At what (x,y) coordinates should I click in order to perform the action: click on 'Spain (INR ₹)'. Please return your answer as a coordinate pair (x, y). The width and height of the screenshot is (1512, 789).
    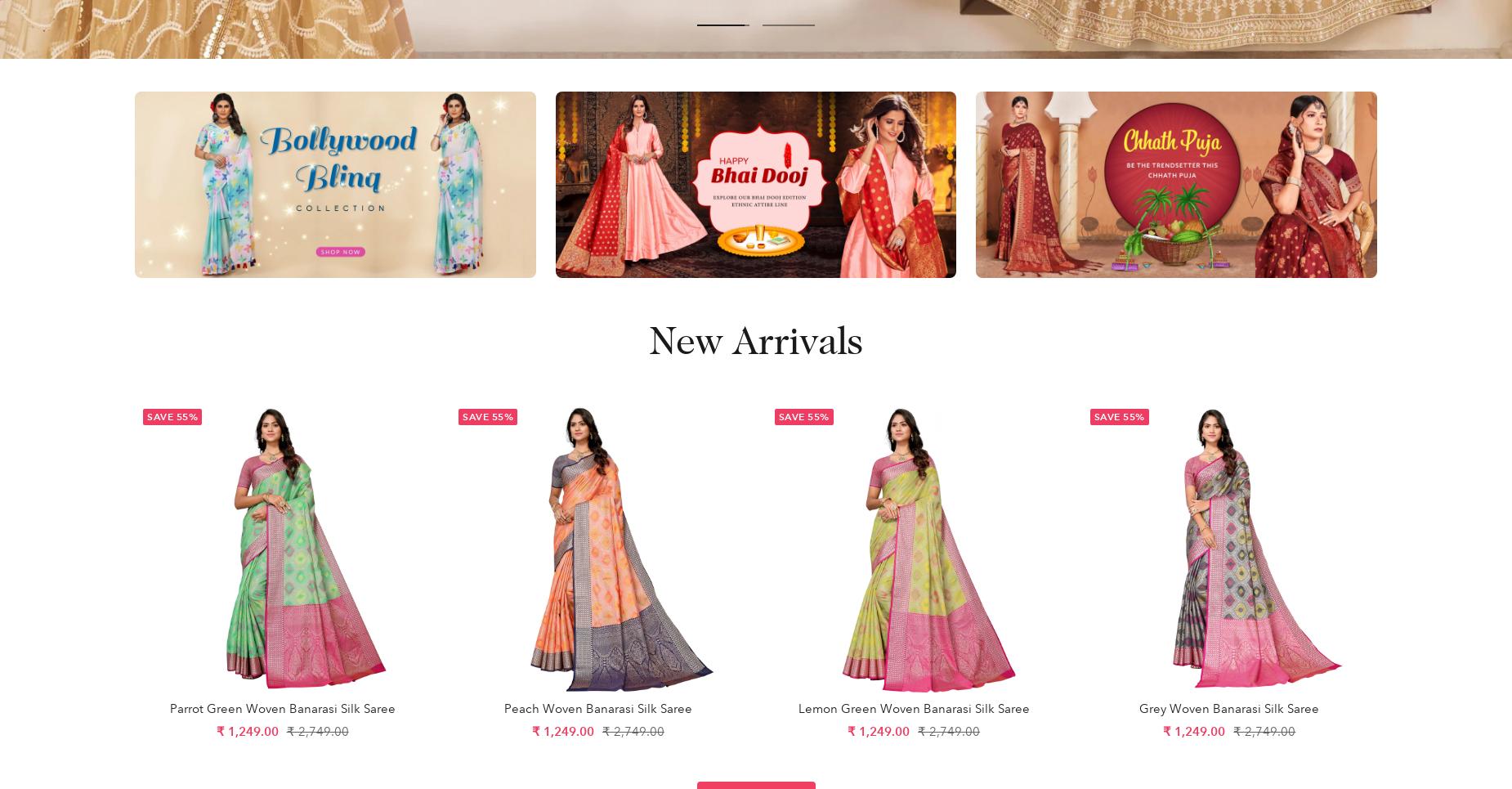
    Looking at the image, I should click on (1227, 78).